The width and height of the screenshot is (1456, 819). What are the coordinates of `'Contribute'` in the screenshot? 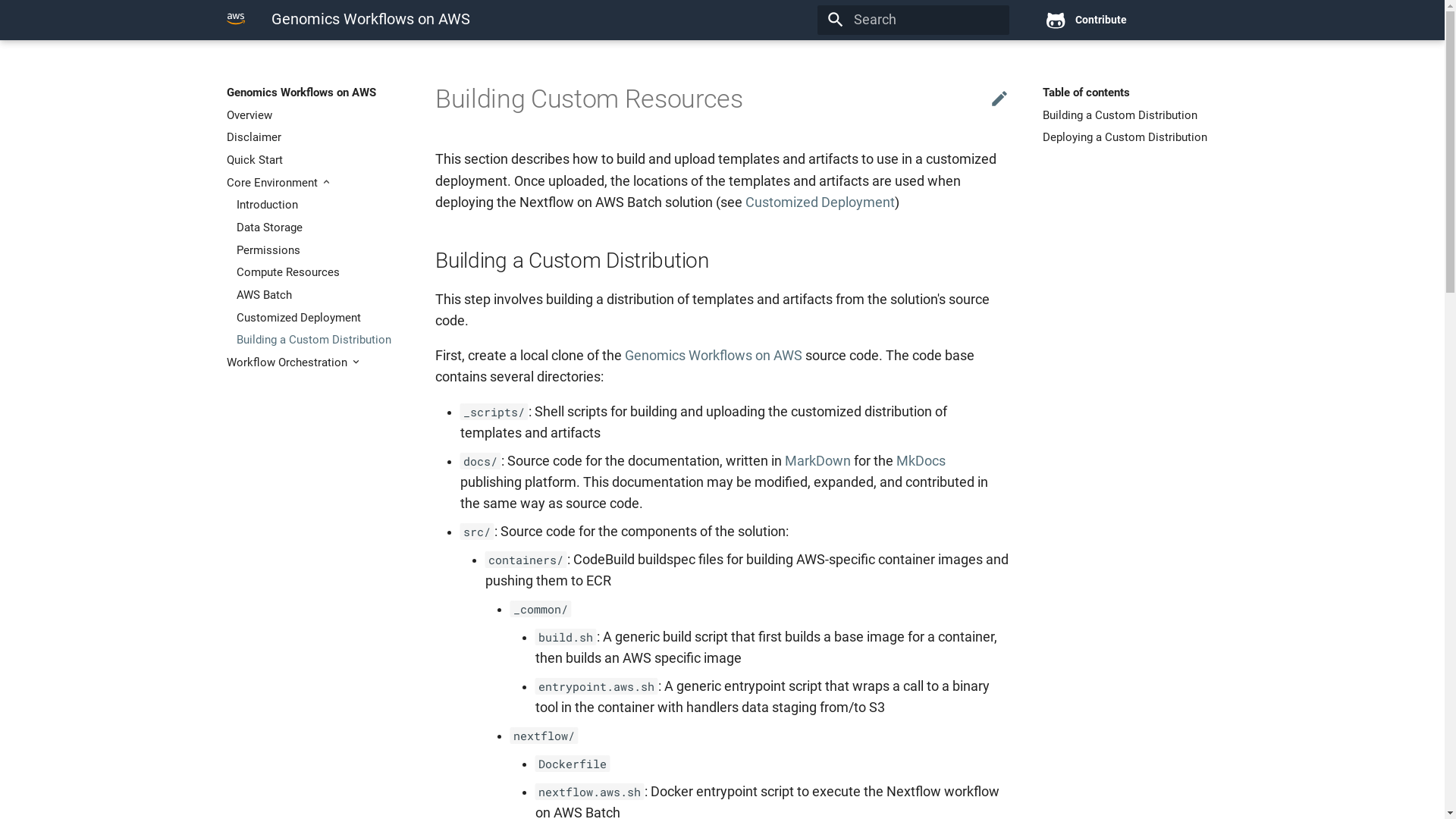 It's located at (1035, 20).